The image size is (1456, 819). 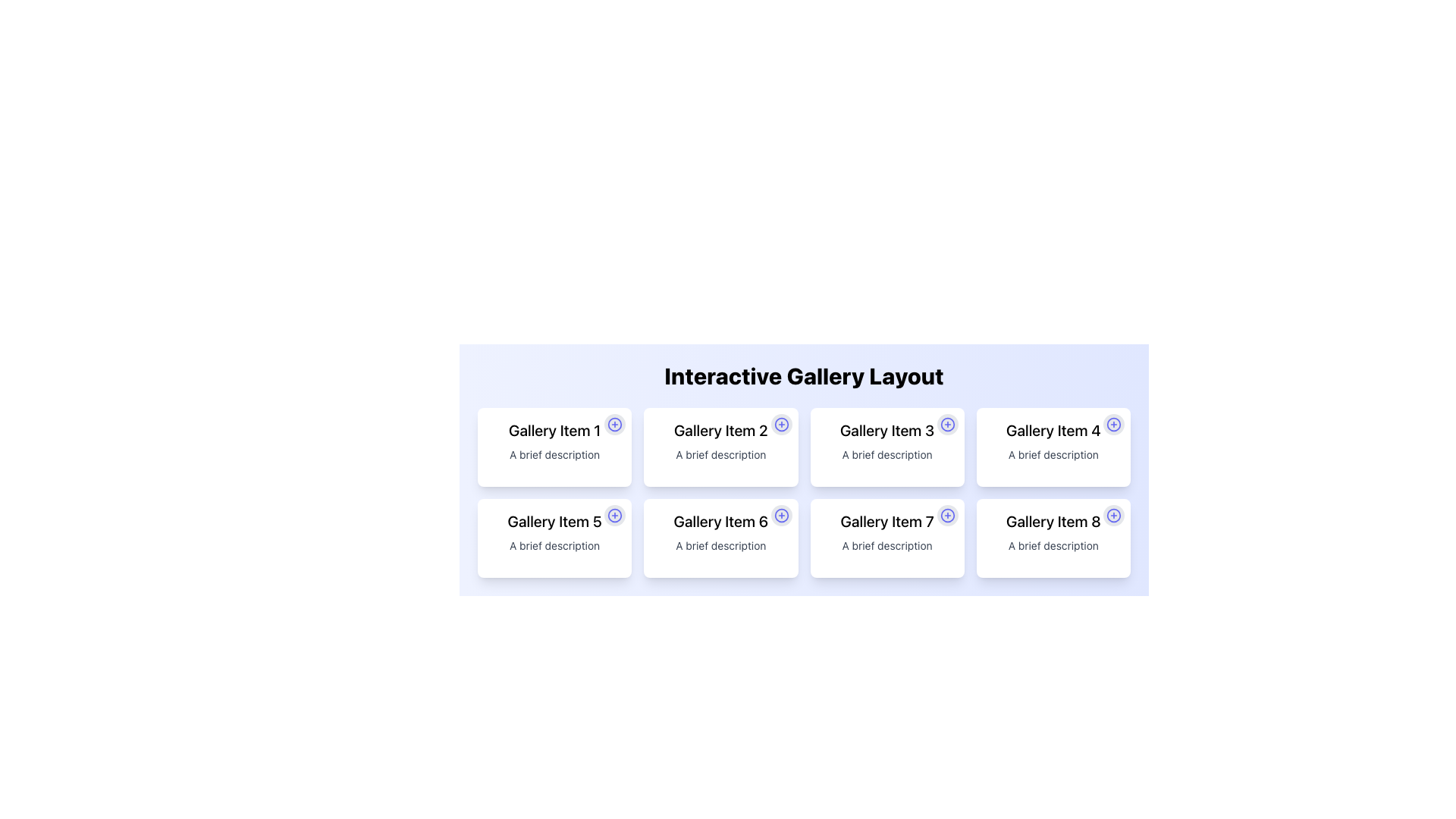 I want to click on the circular part of the circle-plus icon located in the bottom-right corner of the 'Gallery Item 8' card, so click(x=1113, y=514).